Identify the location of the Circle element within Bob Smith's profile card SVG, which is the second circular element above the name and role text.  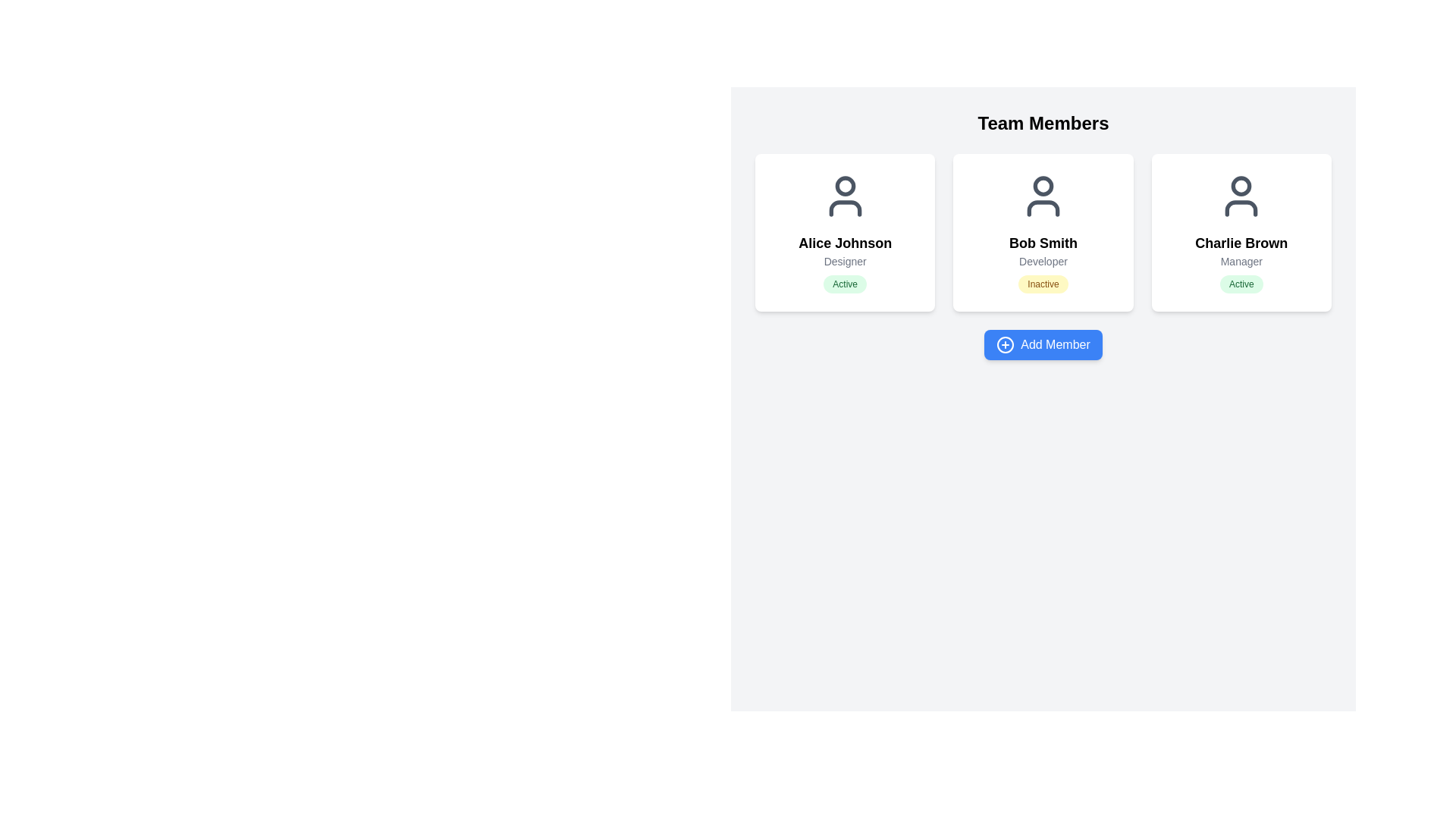
(1043, 185).